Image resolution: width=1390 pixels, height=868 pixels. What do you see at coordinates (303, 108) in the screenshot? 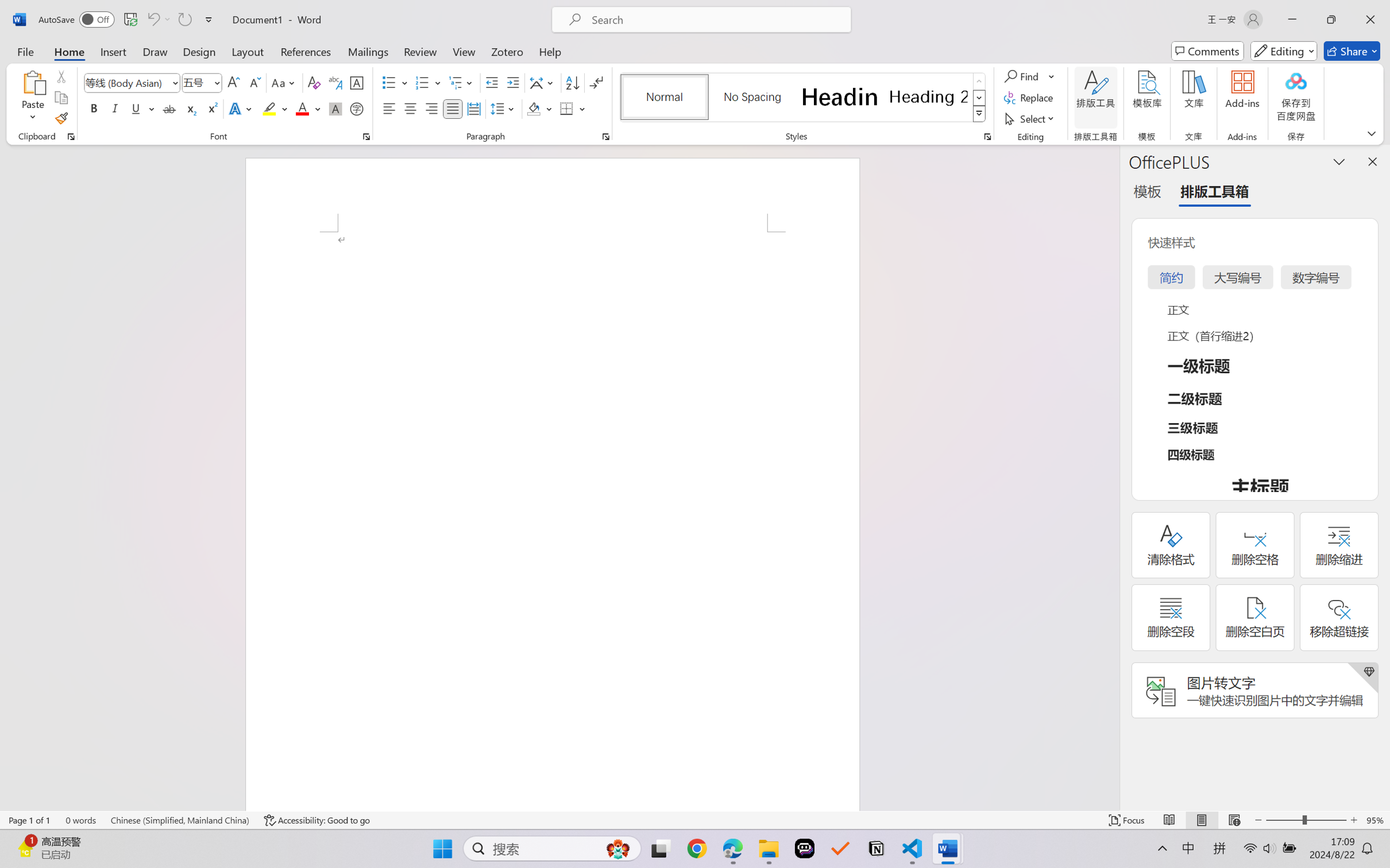
I see `'Font Color Red'` at bounding box center [303, 108].